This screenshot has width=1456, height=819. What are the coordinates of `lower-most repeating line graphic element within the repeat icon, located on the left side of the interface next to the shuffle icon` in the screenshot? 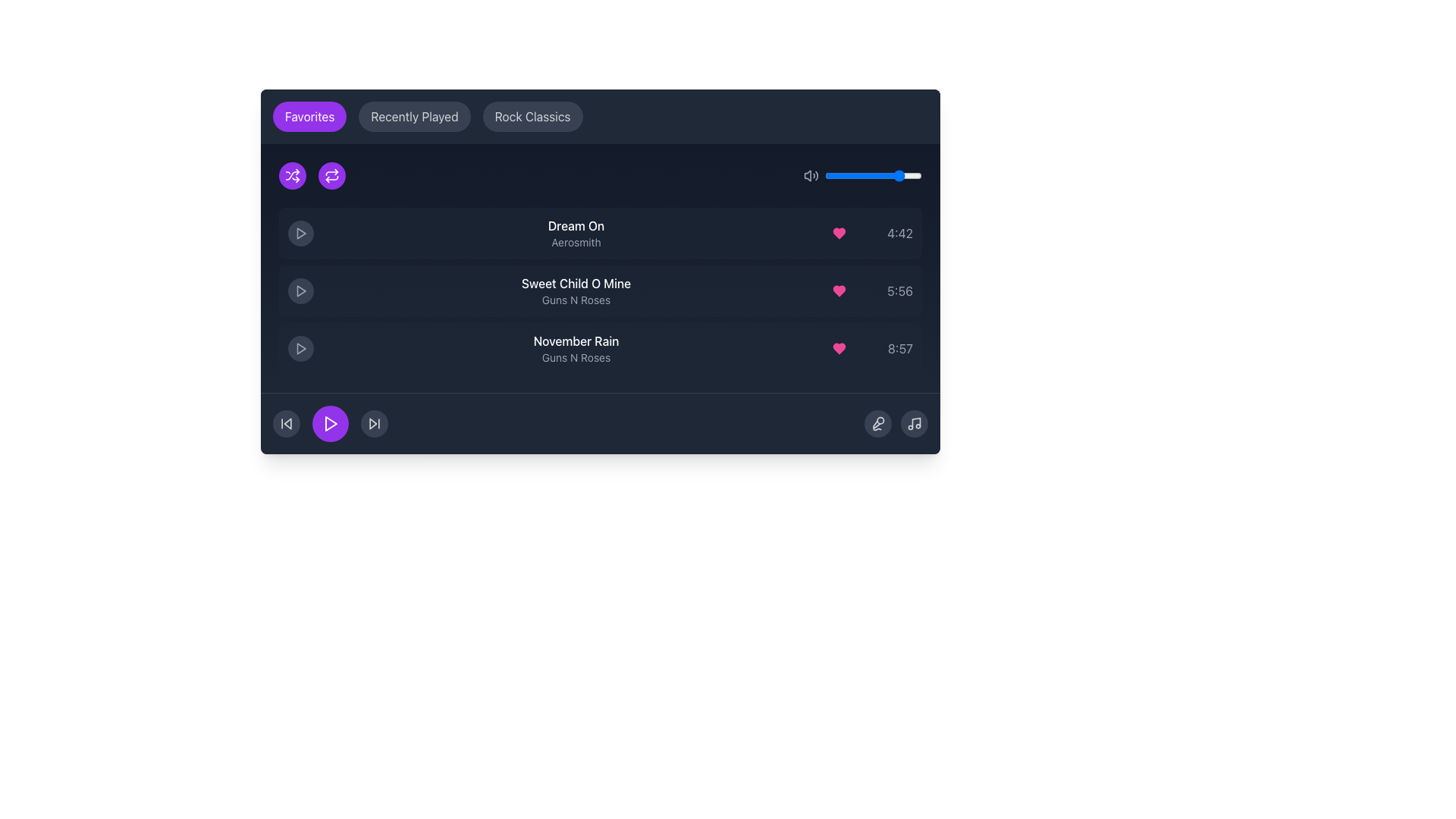 It's located at (331, 177).